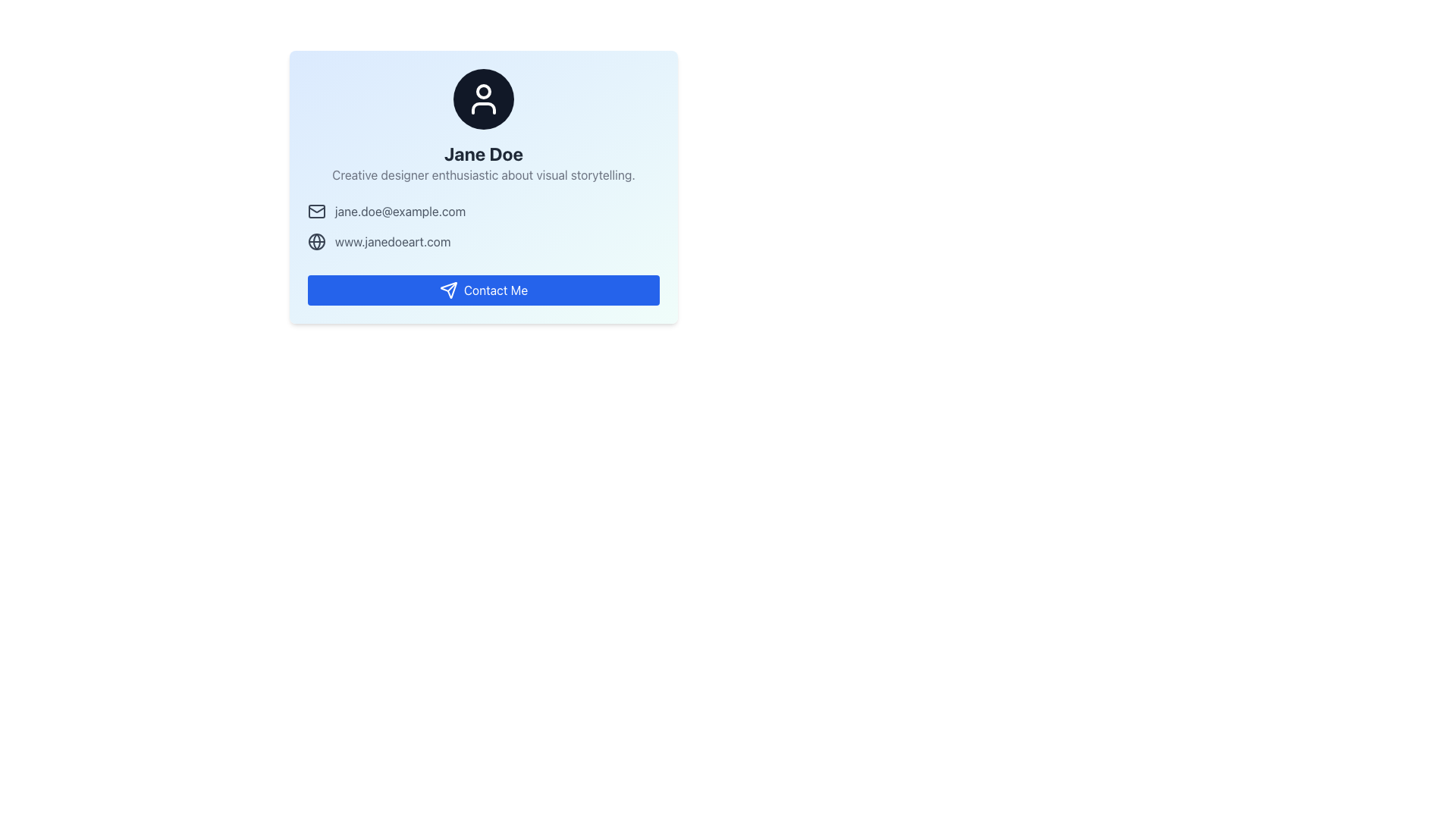 The image size is (1456, 819). I want to click on the small circle representing the profile picture icon, which is located at the center of the user card above the text content, so click(483, 91).